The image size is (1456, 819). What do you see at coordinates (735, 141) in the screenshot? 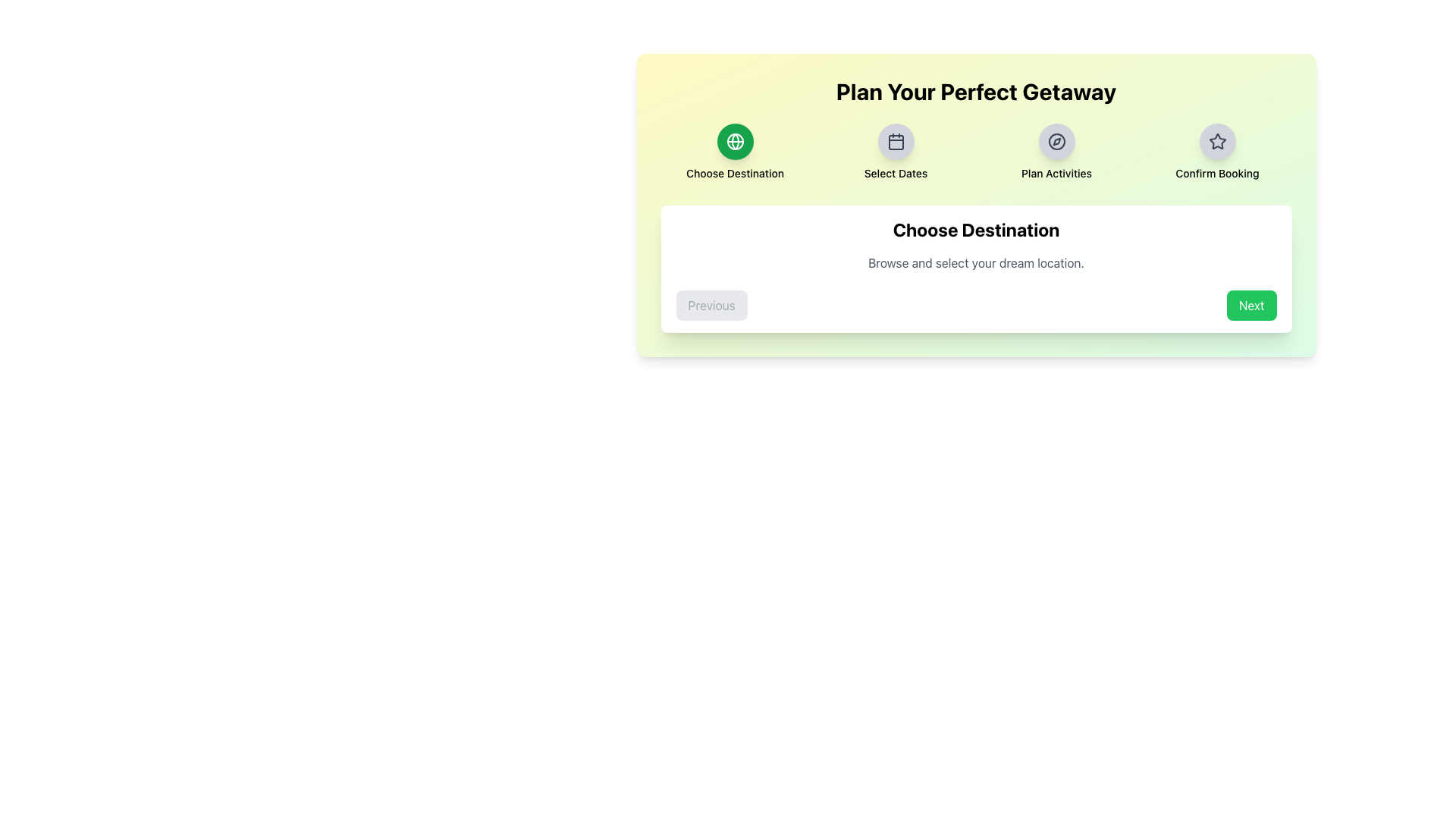
I see `the SVG Circle that visually represents the 'Choose Destination' feature, located above the text 'Choose Destination' and symbolizing a globe` at bounding box center [735, 141].